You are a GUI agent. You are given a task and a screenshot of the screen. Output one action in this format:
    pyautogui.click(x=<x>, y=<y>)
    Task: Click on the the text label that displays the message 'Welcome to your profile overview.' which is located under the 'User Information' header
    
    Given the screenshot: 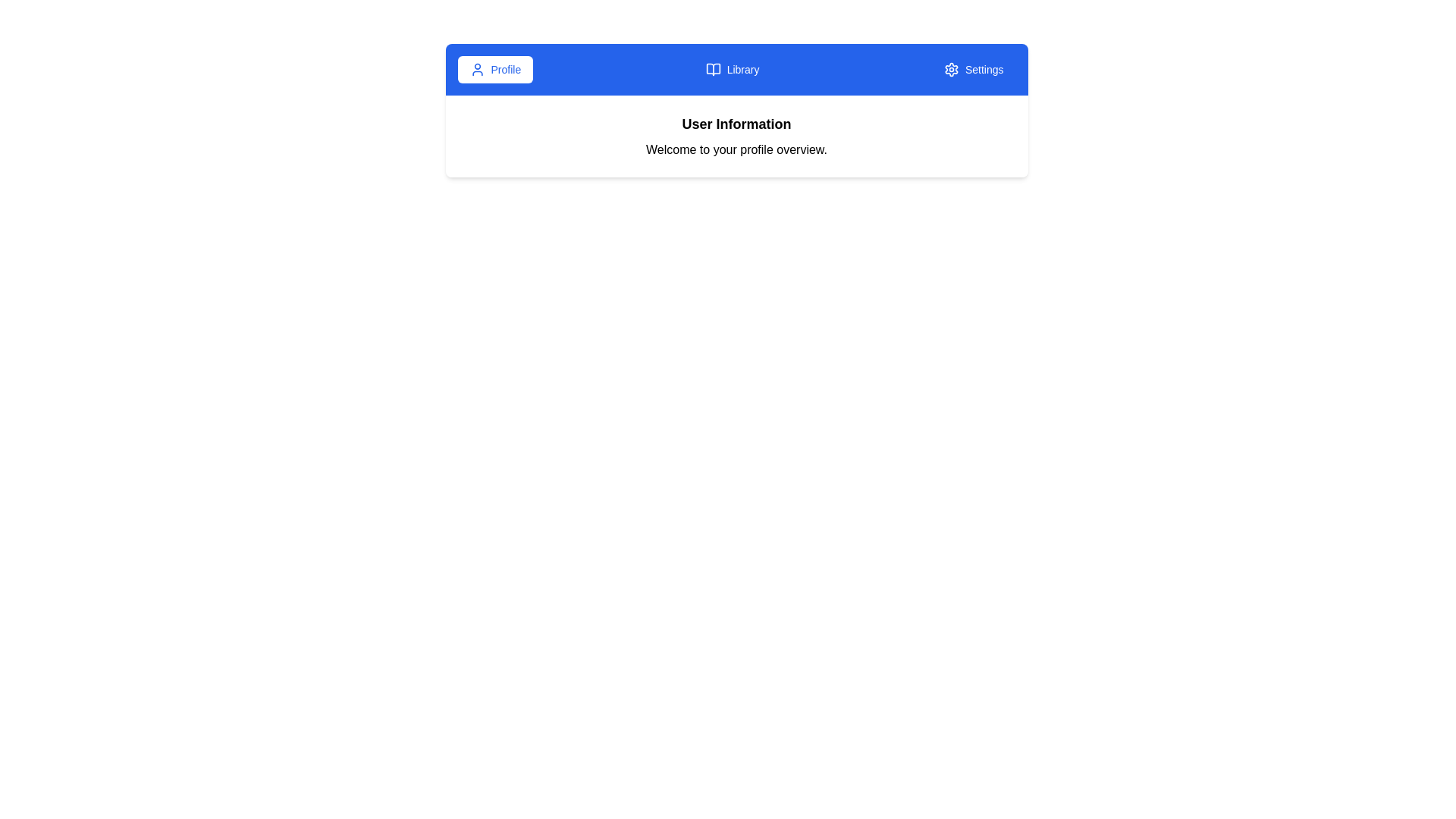 What is the action you would take?
    pyautogui.click(x=736, y=149)
    